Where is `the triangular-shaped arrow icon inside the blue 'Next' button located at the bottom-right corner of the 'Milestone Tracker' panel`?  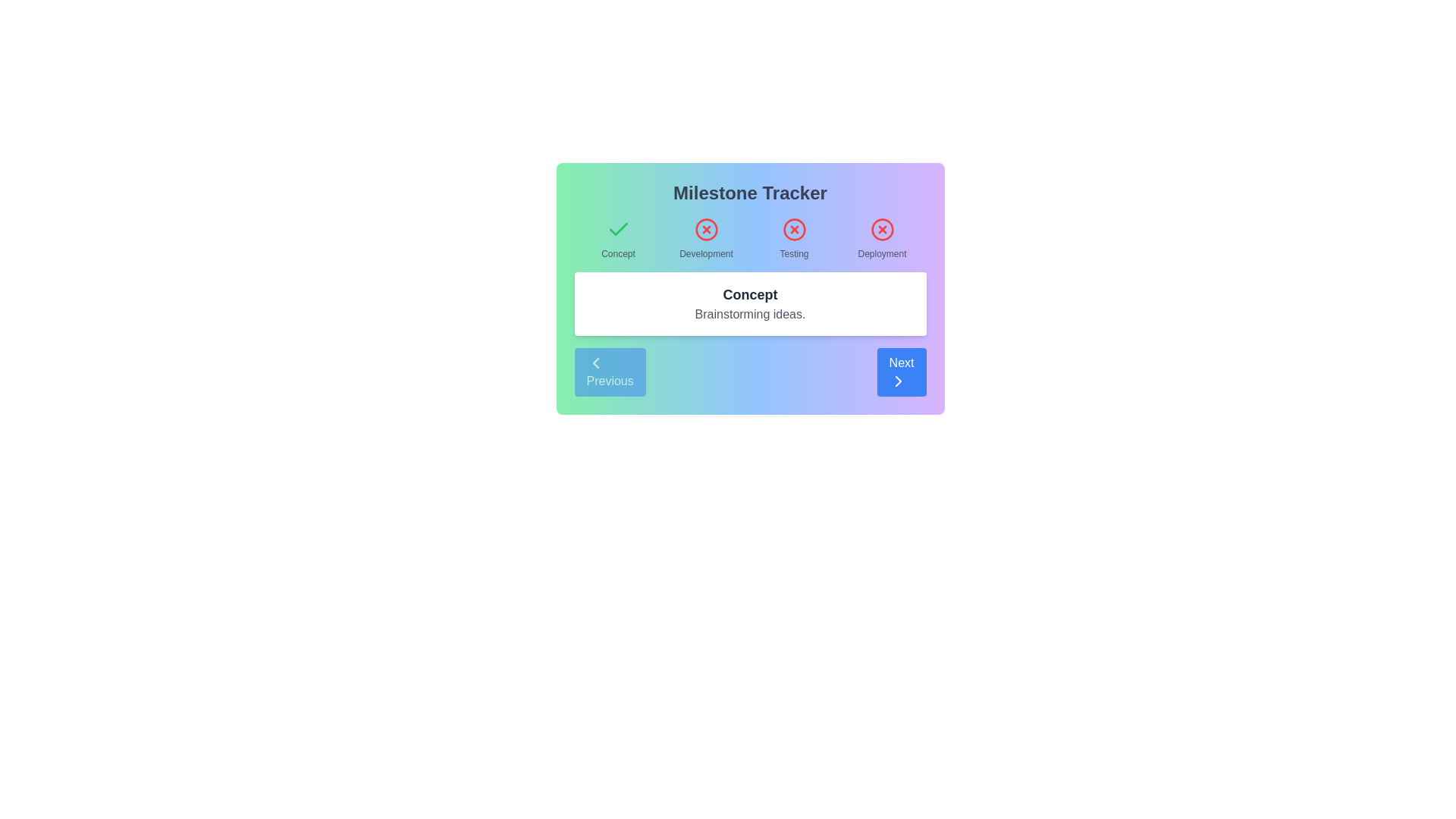
the triangular-shaped arrow icon inside the blue 'Next' button located at the bottom-right corner of the 'Milestone Tracker' panel is located at coordinates (898, 380).